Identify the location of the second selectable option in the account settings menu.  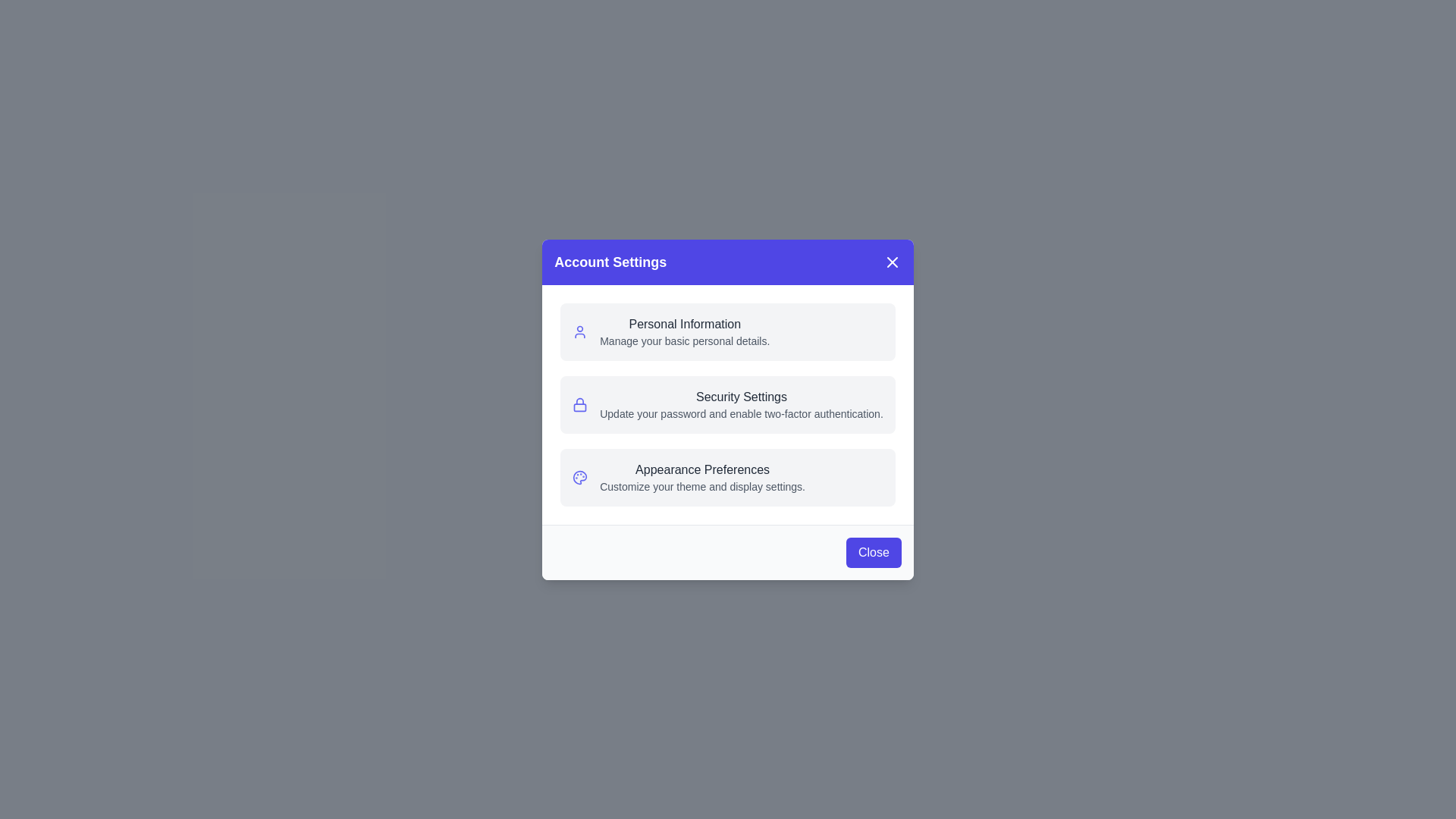
(742, 403).